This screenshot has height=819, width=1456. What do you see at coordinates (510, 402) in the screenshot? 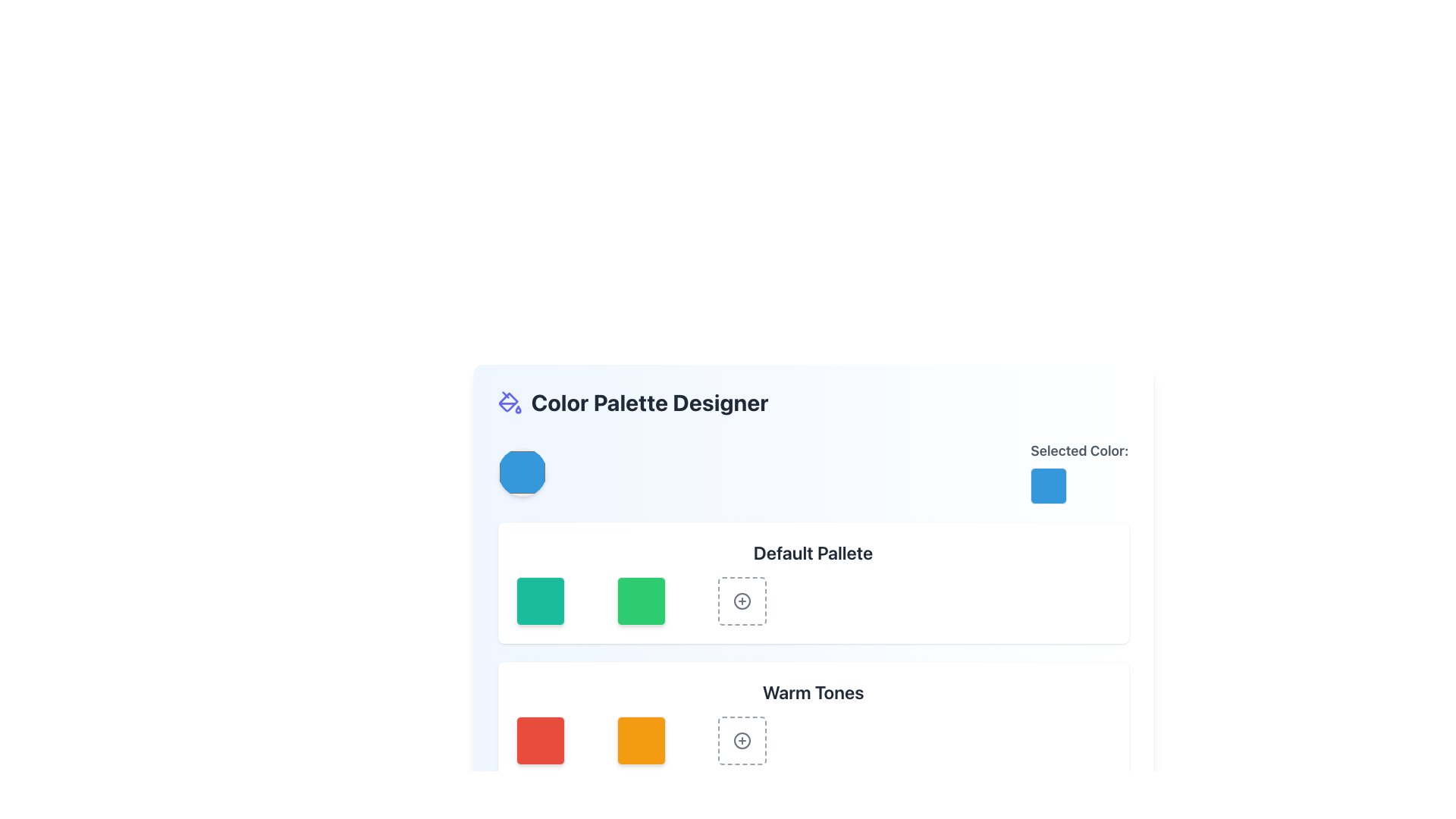
I see `the decorative icon located to the left of the title 'Color Palette Designer' in the header section` at bounding box center [510, 402].